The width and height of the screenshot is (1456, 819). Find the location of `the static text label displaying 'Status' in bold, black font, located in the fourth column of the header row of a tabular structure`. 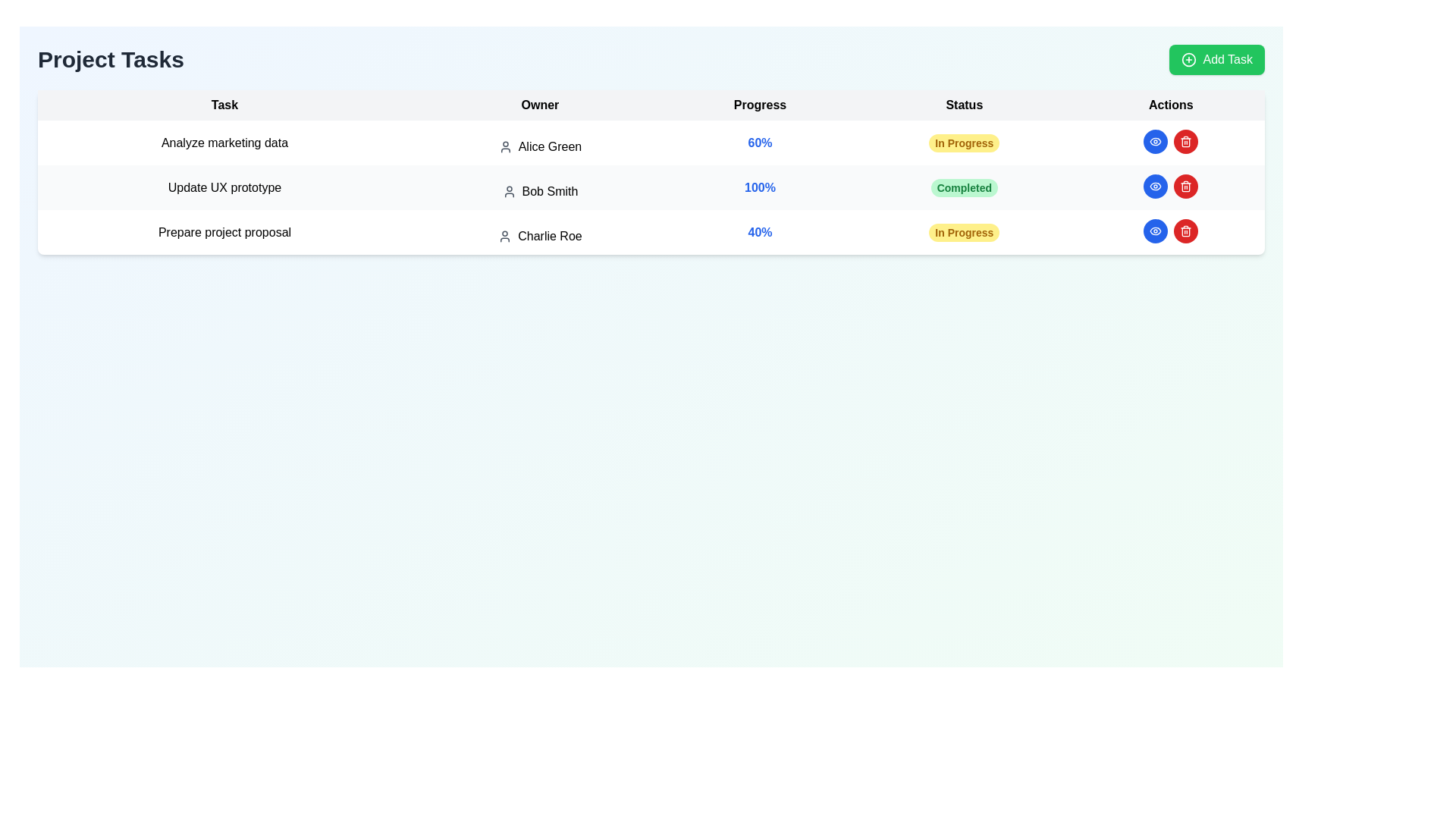

the static text label displaying 'Status' in bold, black font, located in the fourth column of the header row of a tabular structure is located at coordinates (963, 104).